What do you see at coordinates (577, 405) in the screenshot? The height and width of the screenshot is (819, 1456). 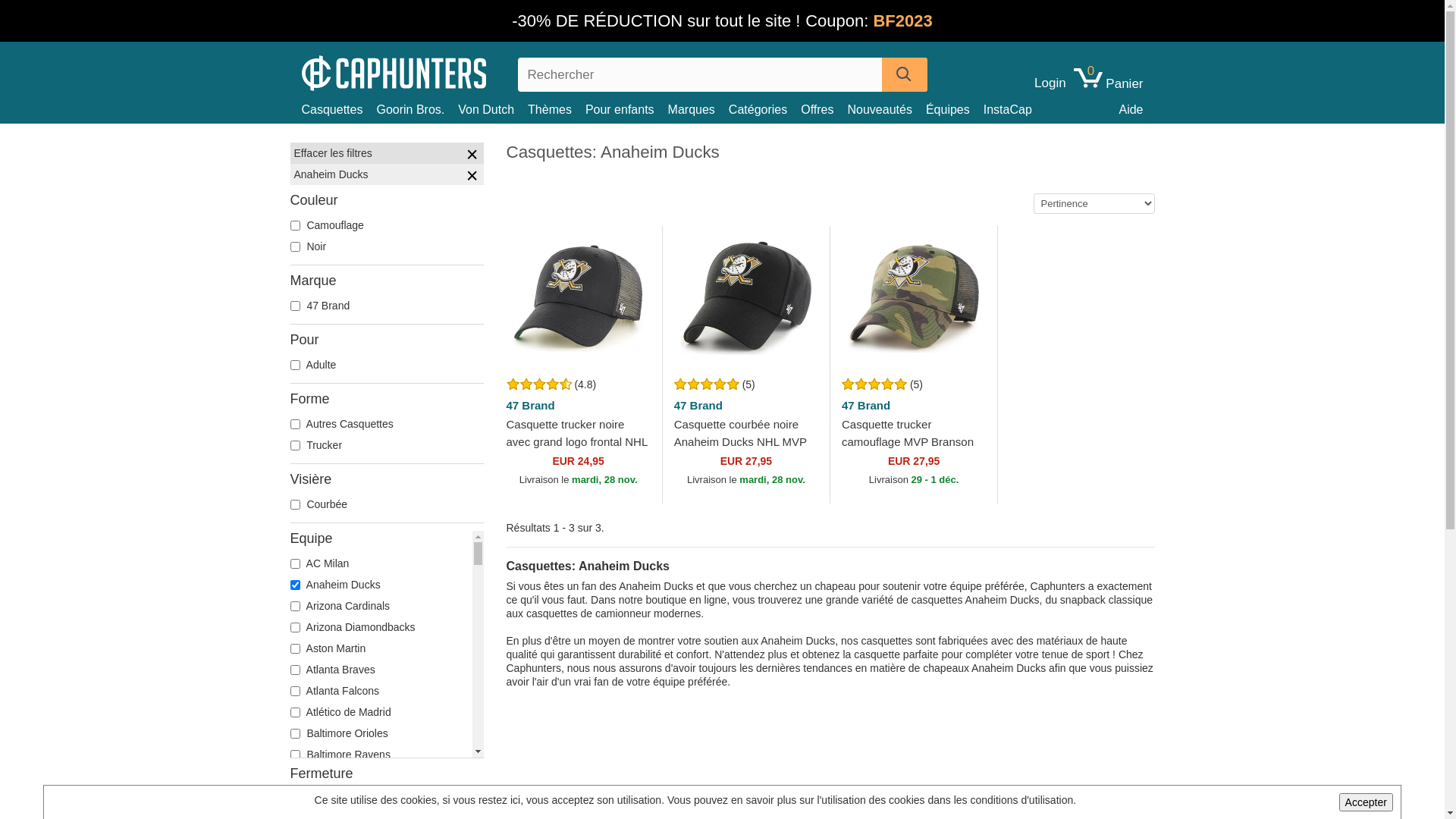 I see `'47 Brand'` at bounding box center [577, 405].